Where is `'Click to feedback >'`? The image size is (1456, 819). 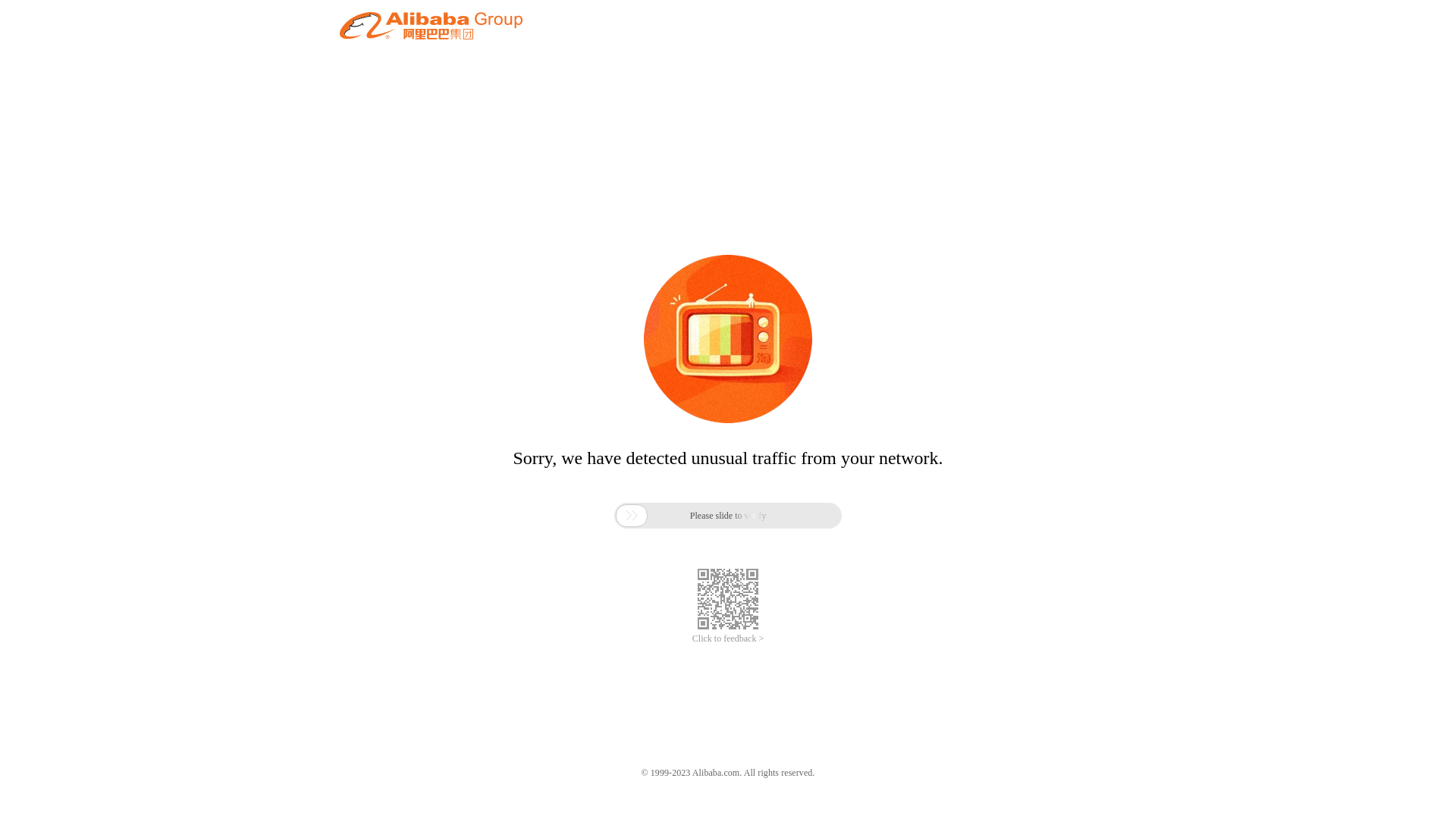
'Click to feedback >' is located at coordinates (728, 639).